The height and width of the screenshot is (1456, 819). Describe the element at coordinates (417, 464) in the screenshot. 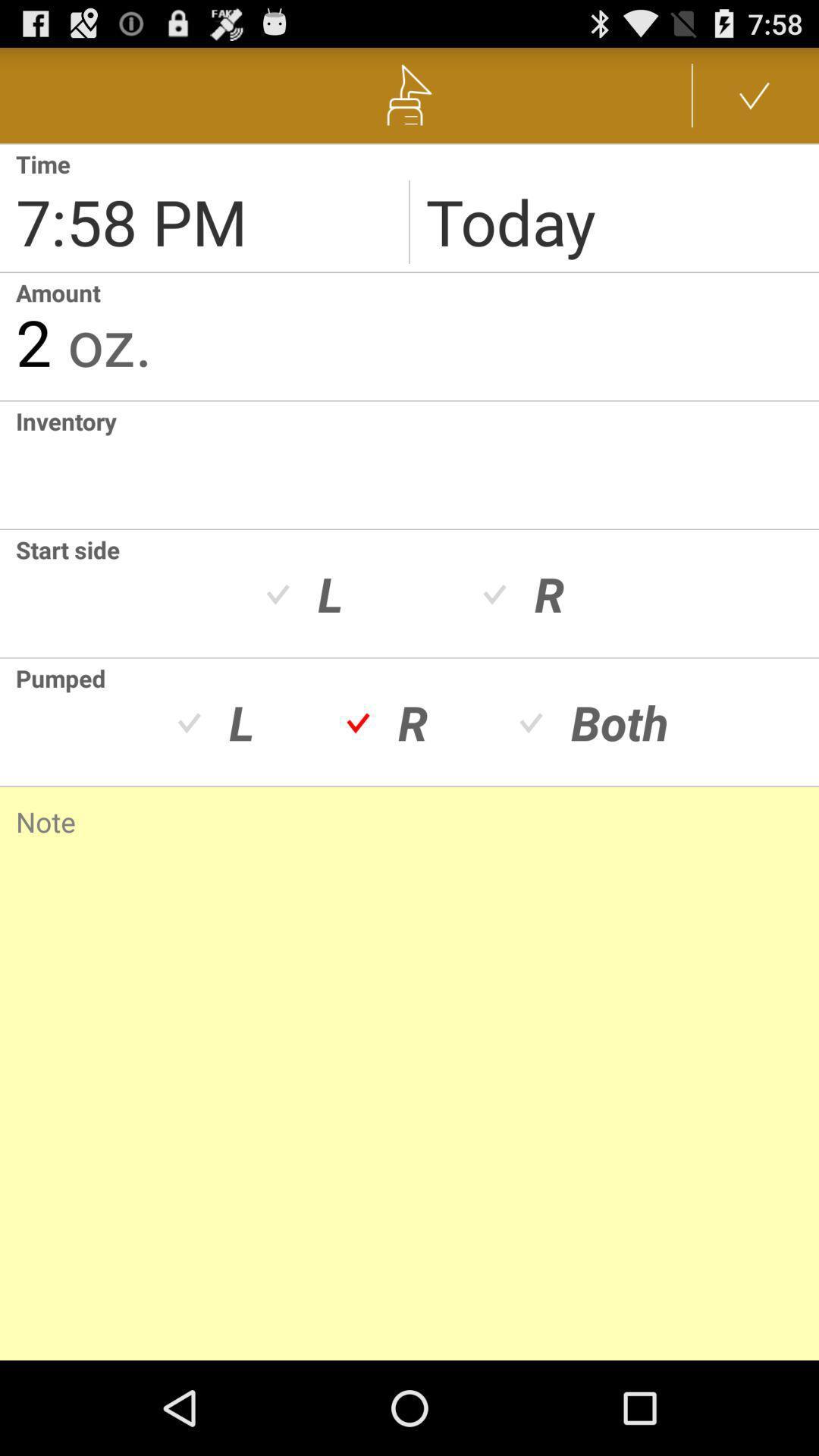

I see `inventory` at that location.